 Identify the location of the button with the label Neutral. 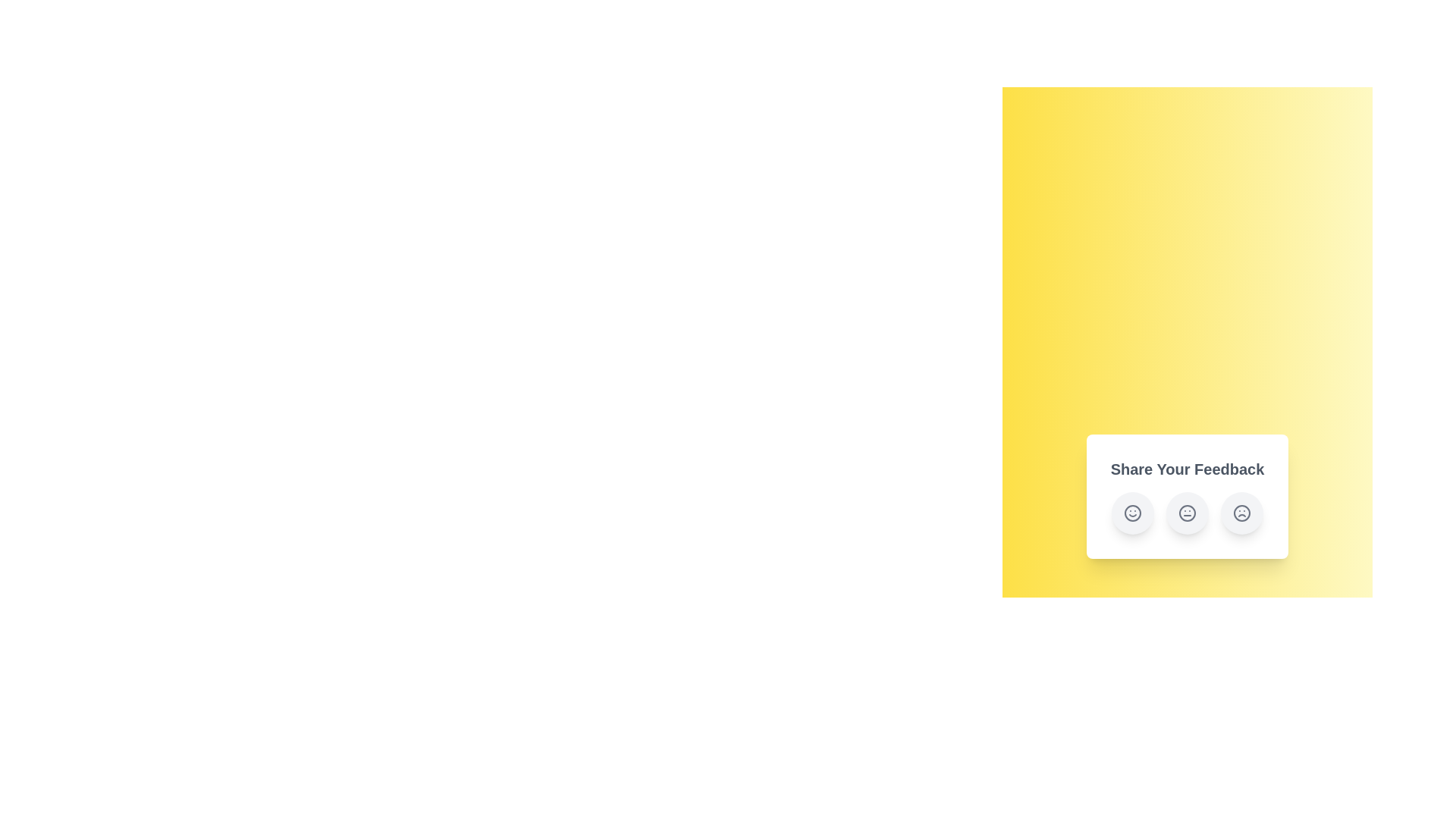
(1186, 513).